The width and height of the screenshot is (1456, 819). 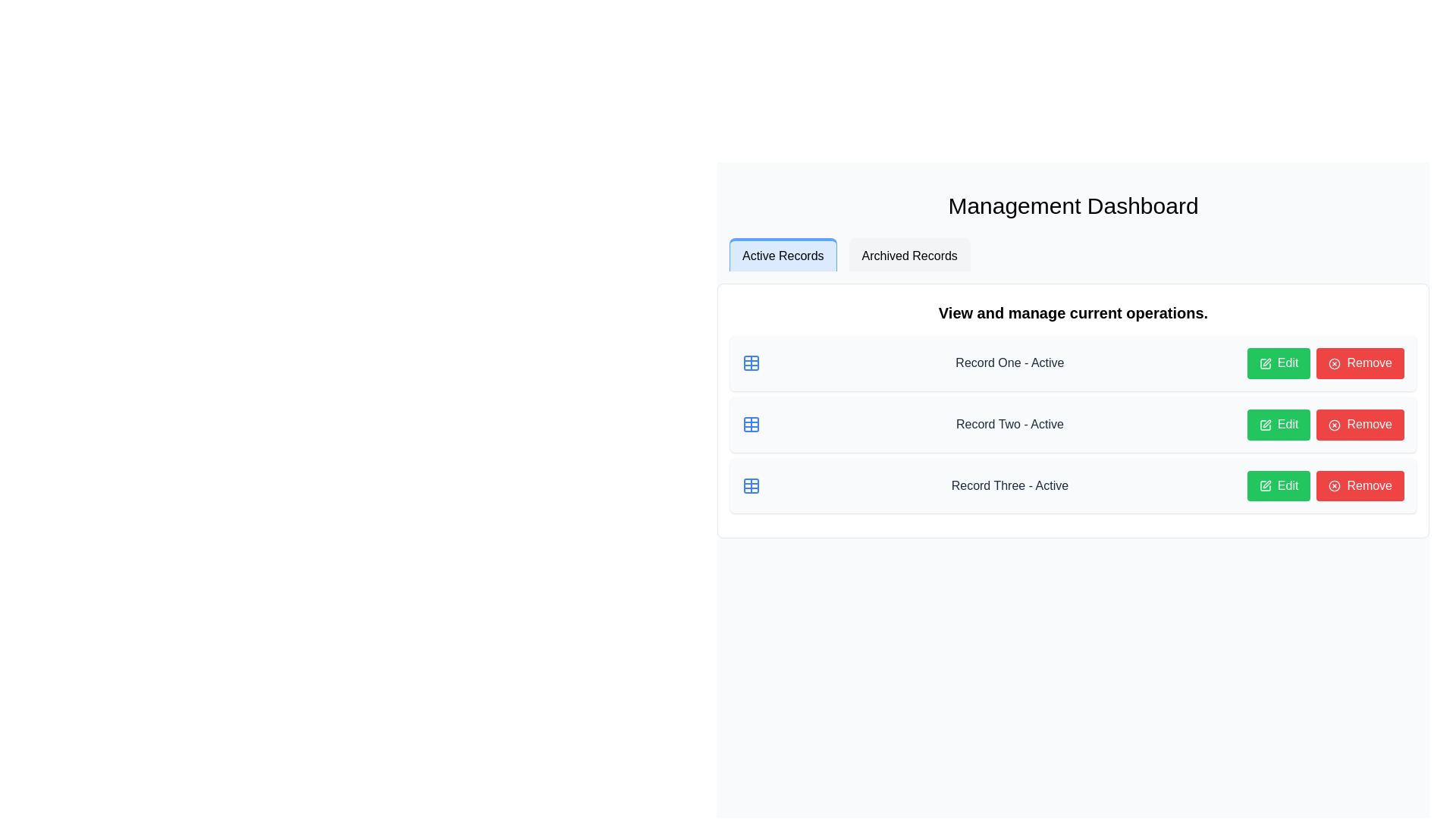 I want to click on the text label indicating the title and status ('Active') in the first row under the 'Active Records' section, which is centrally placed and located to the right of a blue icon, so click(x=1009, y=363).